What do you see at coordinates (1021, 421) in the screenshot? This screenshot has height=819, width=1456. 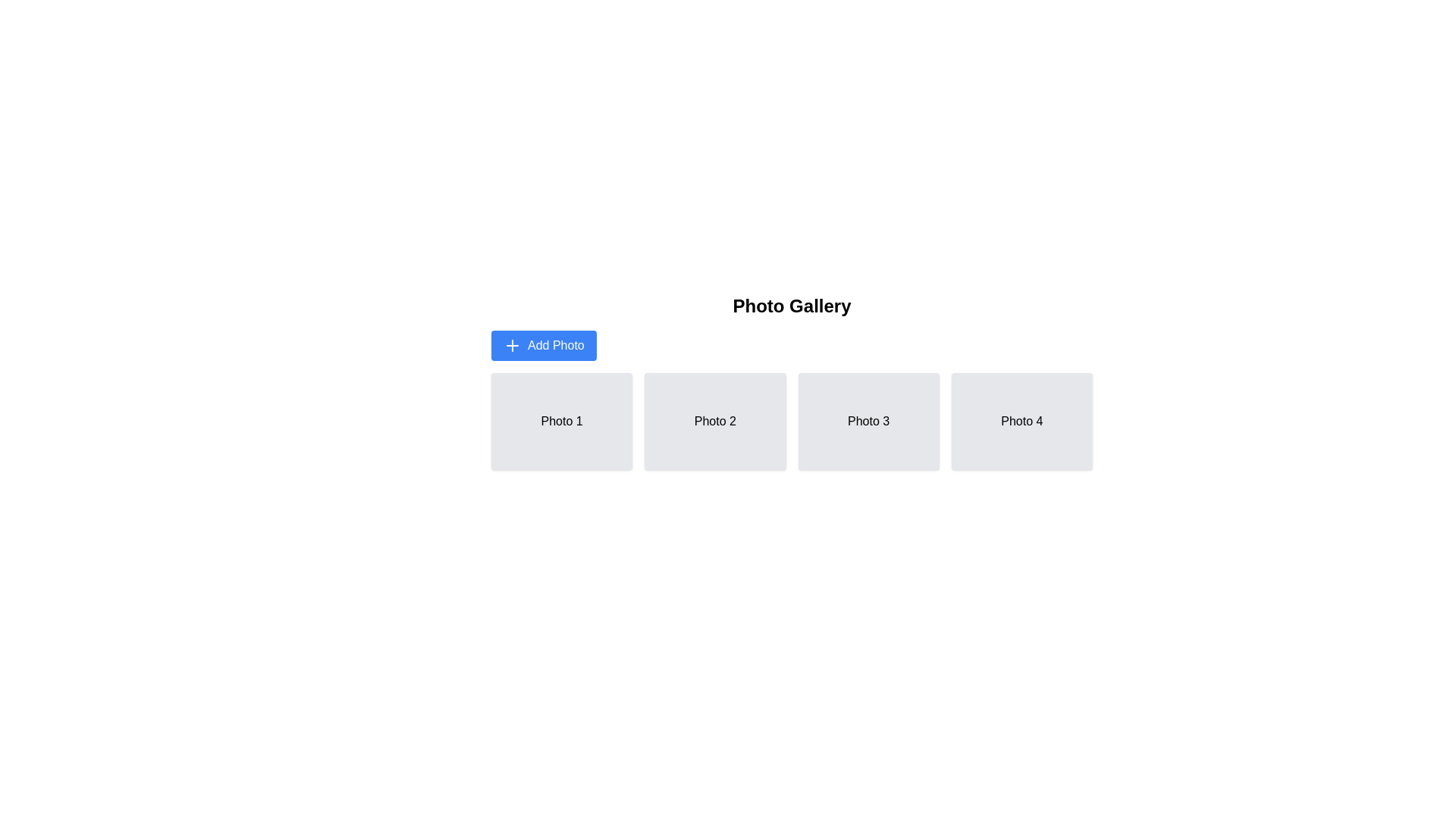 I see `the static display element labeled 'Photo 4', which is the fourth item in a grid layout, located at the rightmost end of the first row` at bounding box center [1021, 421].